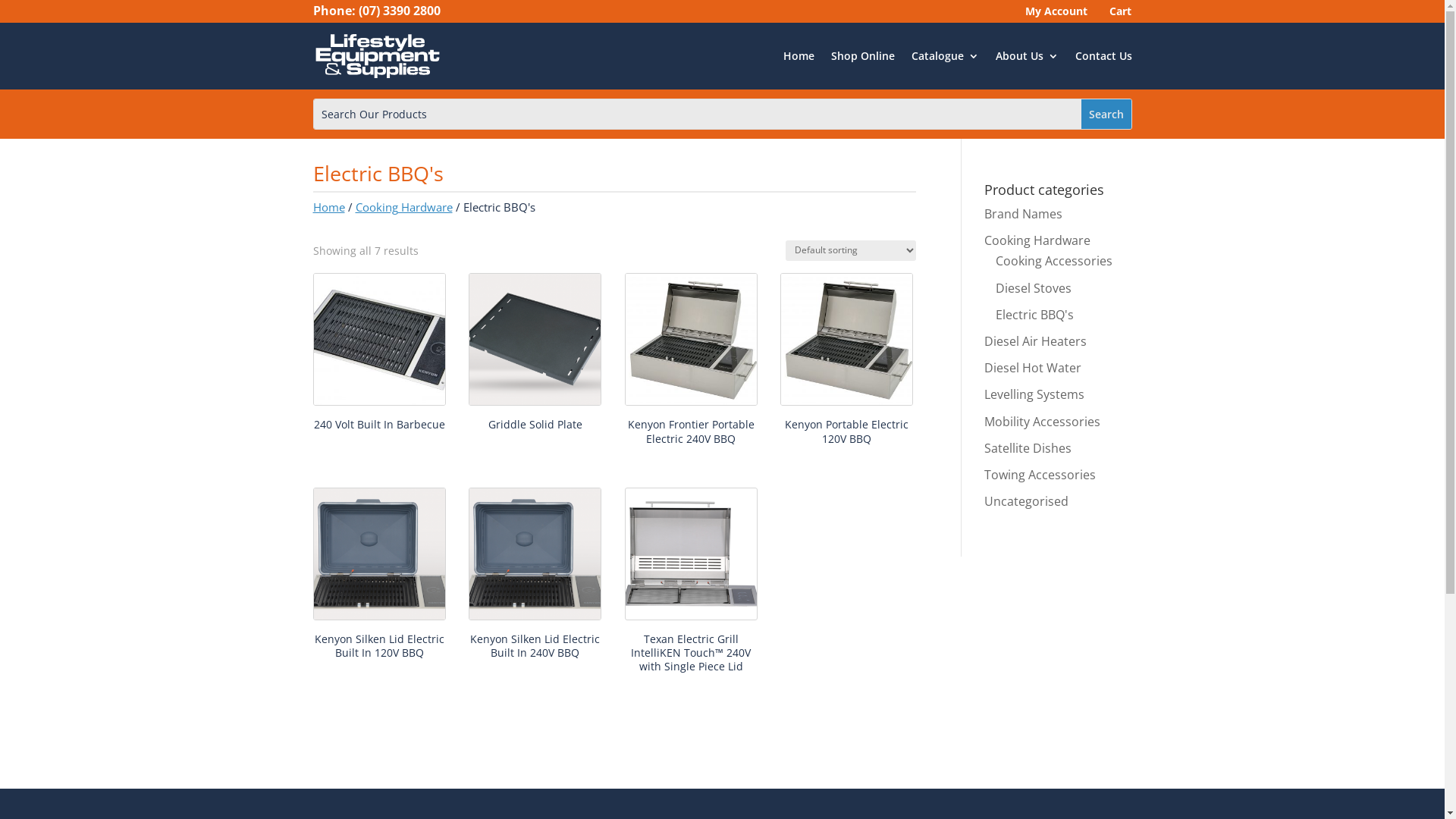  Describe the element at coordinates (1033, 394) in the screenshot. I see `'Levelling Systems'` at that location.